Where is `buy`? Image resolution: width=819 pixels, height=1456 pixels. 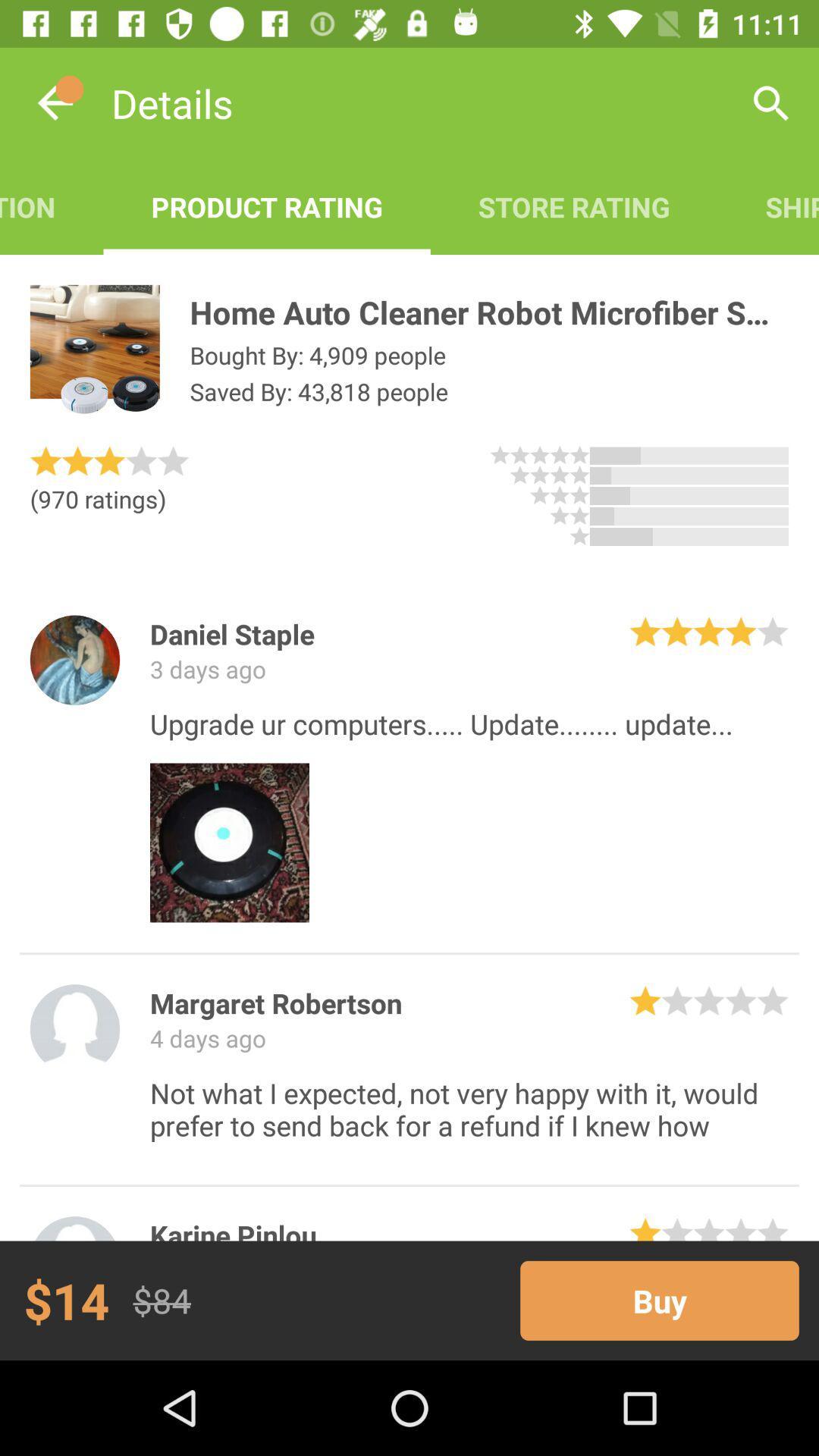
buy is located at coordinates (659, 1300).